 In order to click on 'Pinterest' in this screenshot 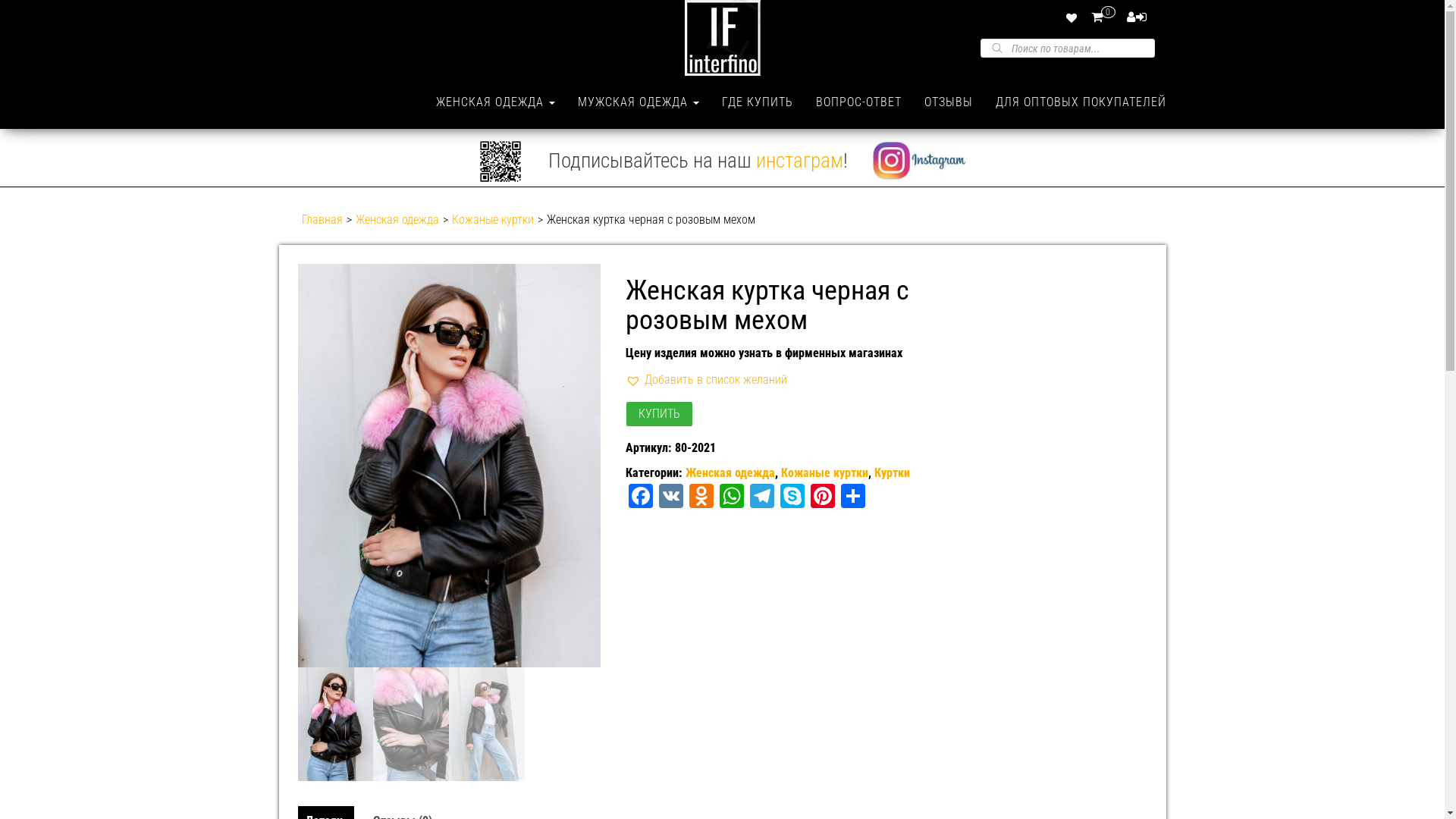, I will do `click(821, 497)`.